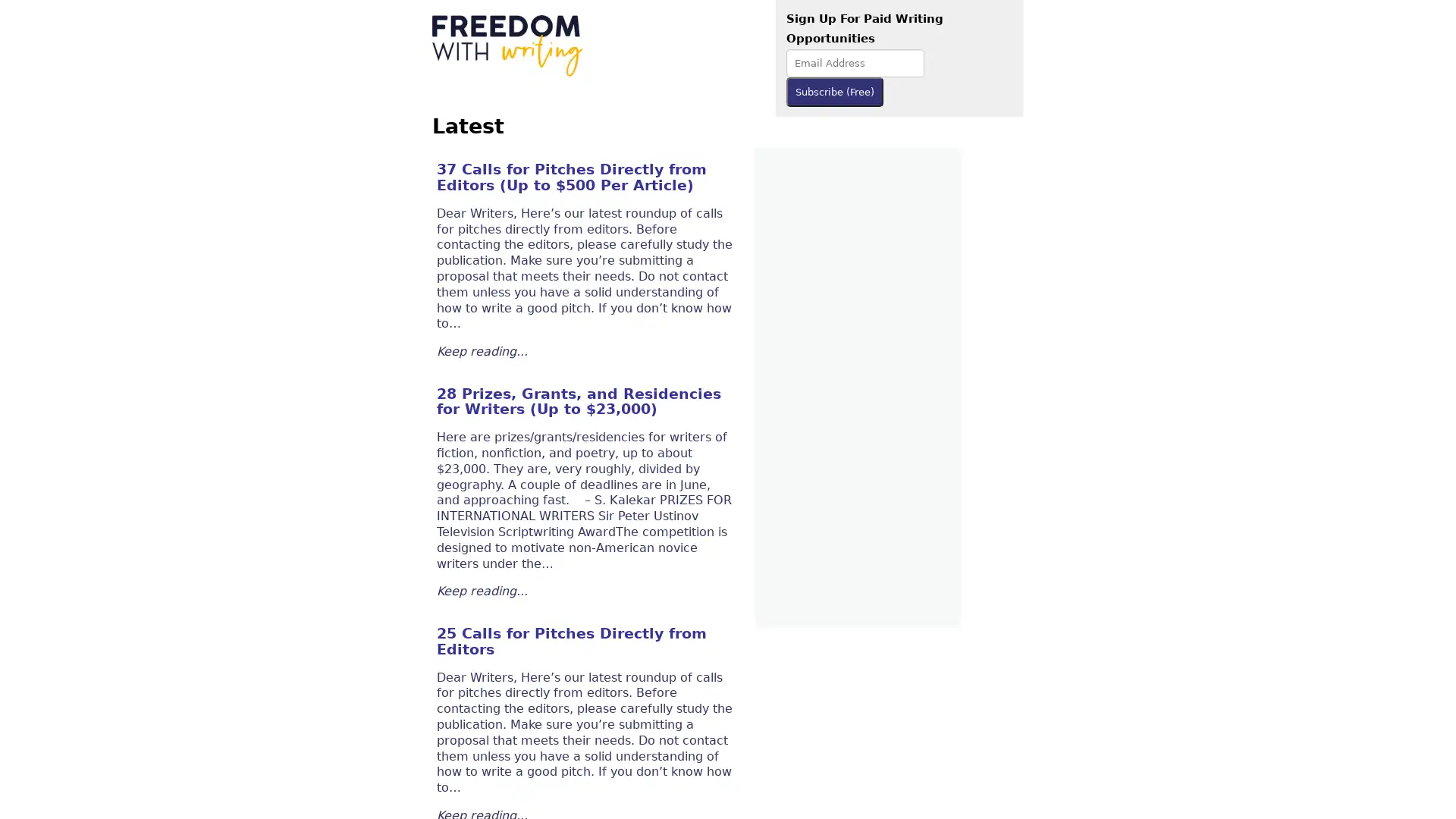  I want to click on Subscribe (Free), so click(833, 91).